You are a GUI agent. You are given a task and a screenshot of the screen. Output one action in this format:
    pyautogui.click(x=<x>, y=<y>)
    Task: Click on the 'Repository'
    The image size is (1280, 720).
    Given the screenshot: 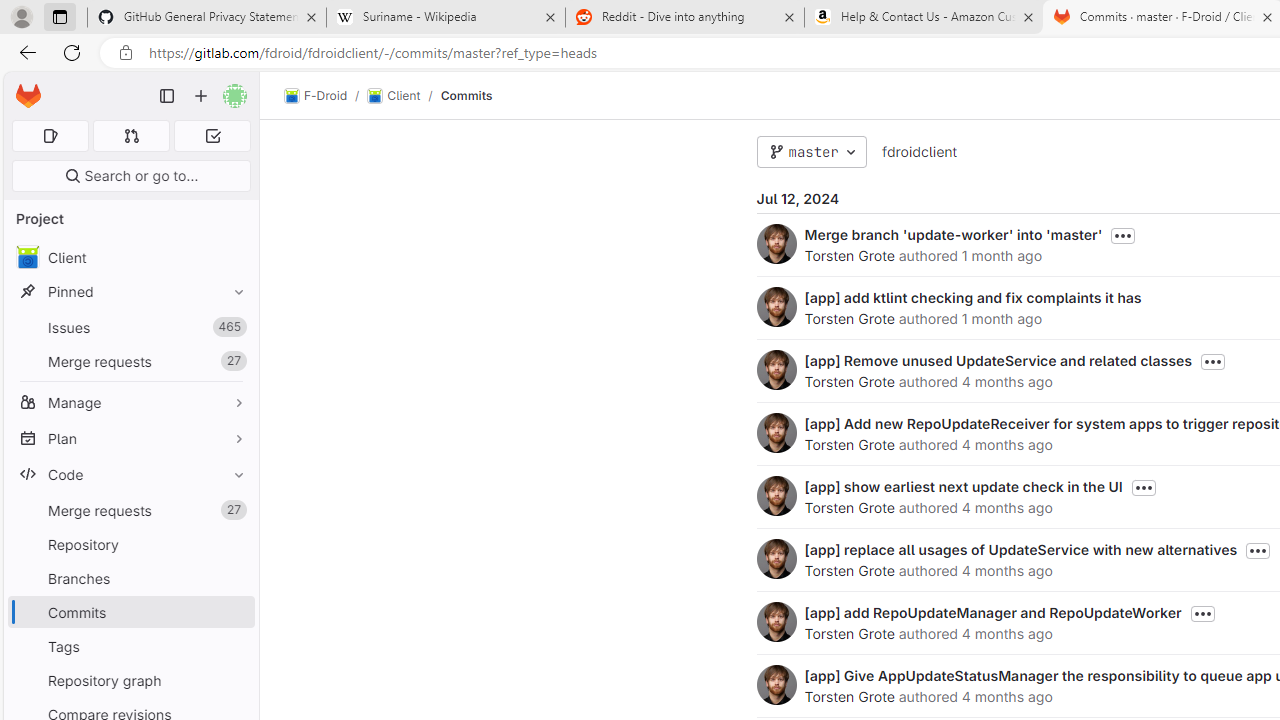 What is the action you would take?
    pyautogui.click(x=130, y=544)
    